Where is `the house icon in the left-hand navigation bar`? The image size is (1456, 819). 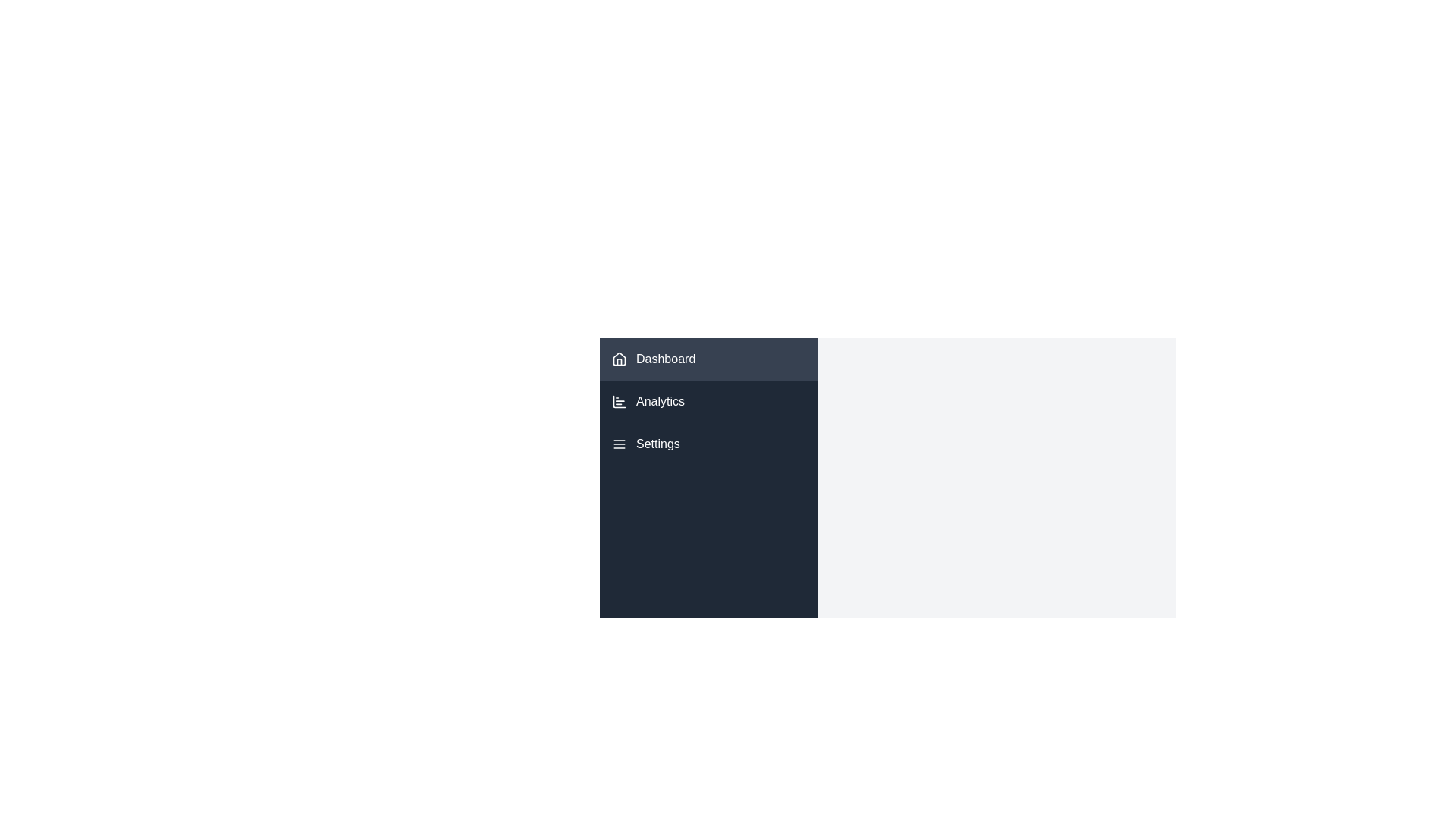 the house icon in the left-hand navigation bar is located at coordinates (619, 359).